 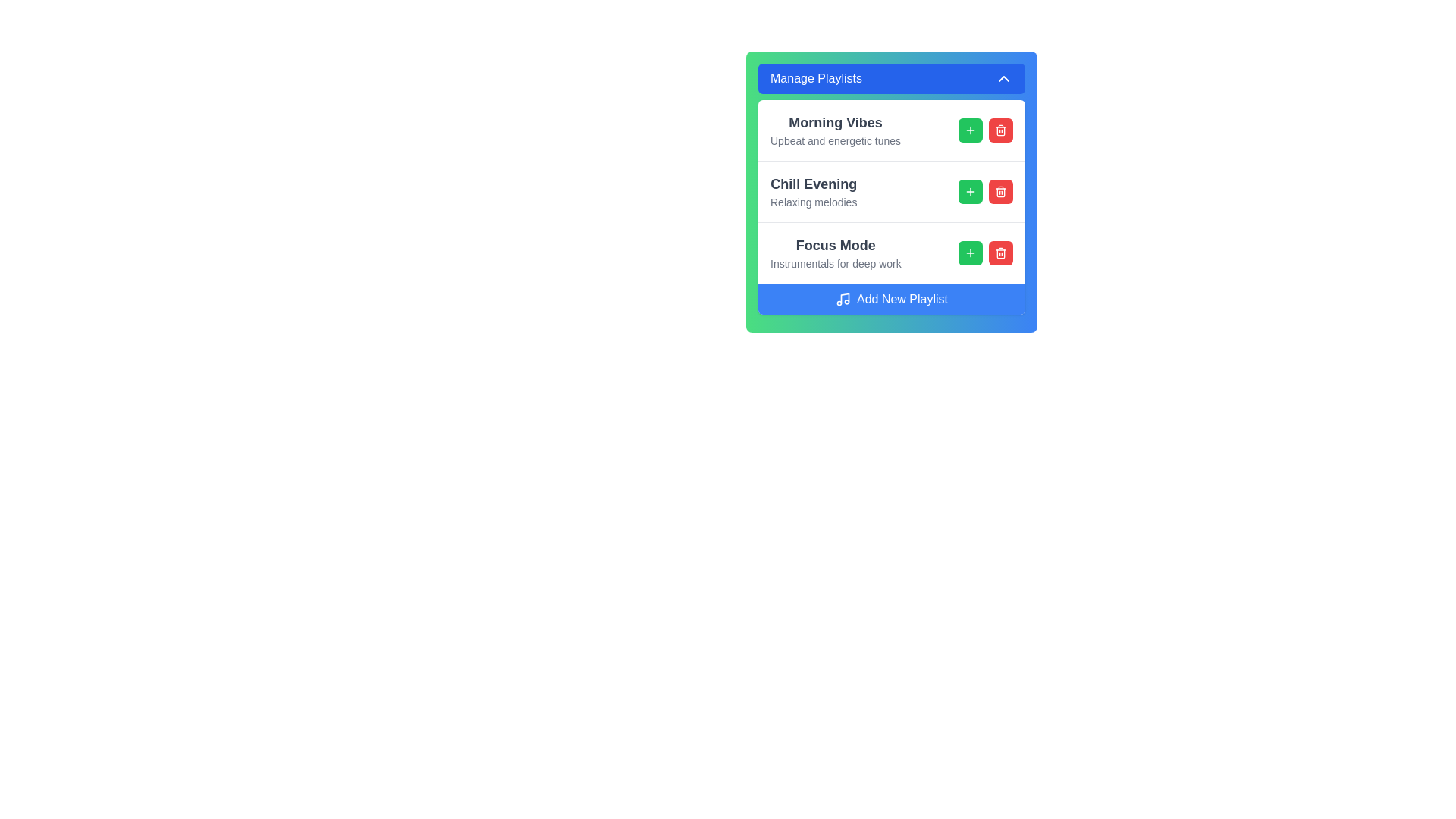 What do you see at coordinates (1001, 130) in the screenshot?
I see `the delete button located on the right-hand side of the button arrangement, which is the second button` at bounding box center [1001, 130].